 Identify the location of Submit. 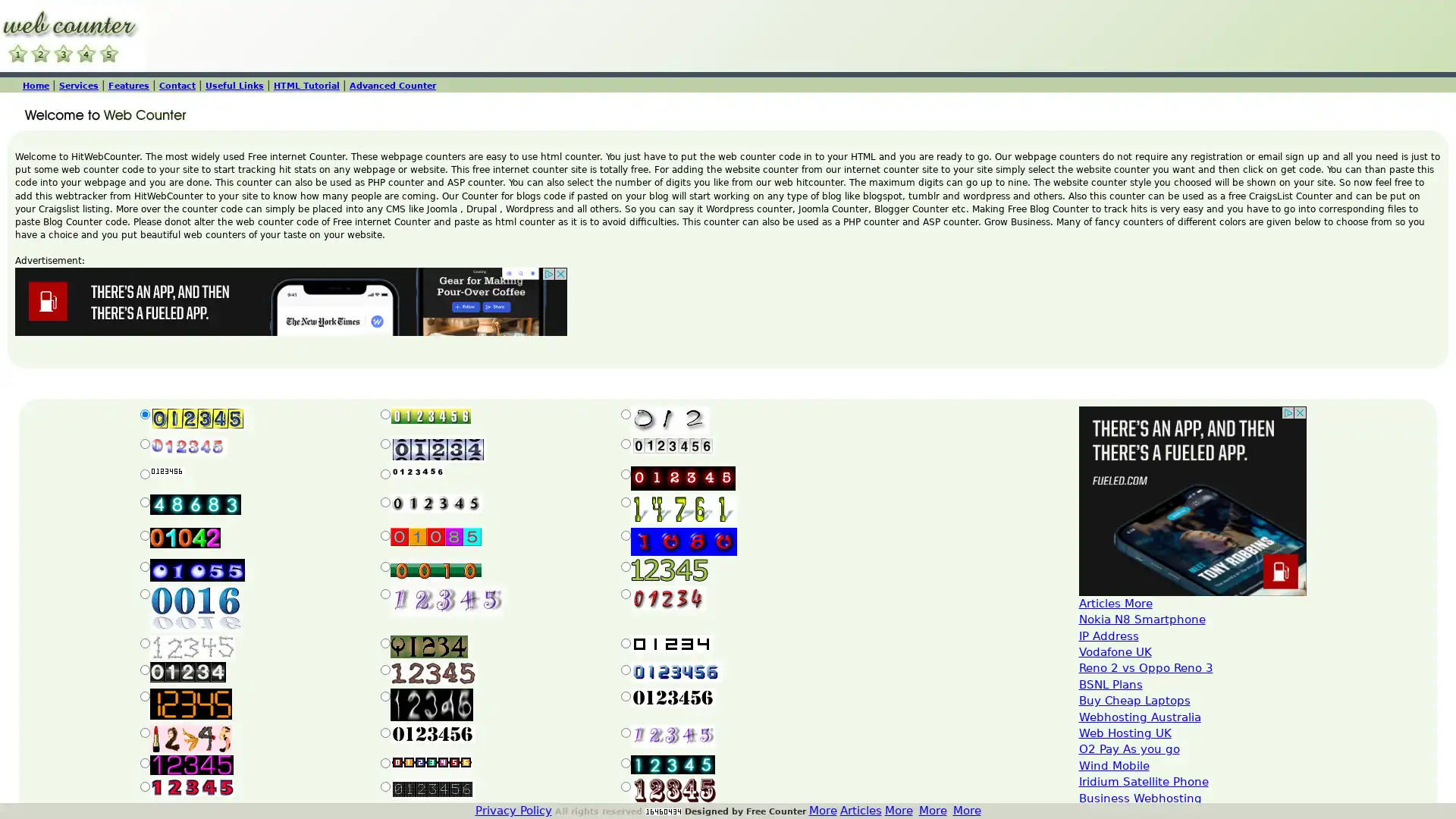
(190, 704).